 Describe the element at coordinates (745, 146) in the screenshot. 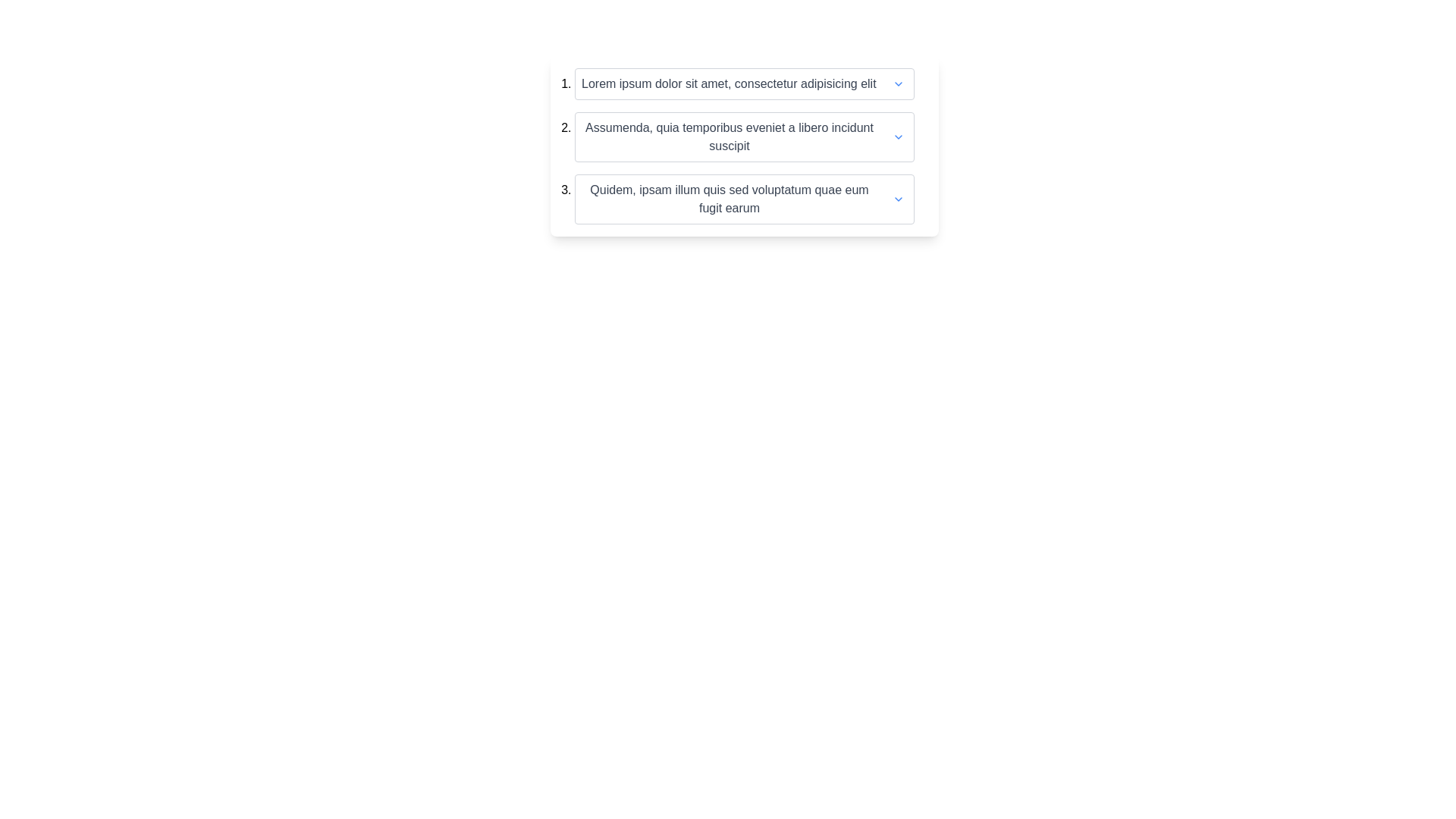

I see `text content of the second item in a vertical list that features a dropdown functionality` at that location.